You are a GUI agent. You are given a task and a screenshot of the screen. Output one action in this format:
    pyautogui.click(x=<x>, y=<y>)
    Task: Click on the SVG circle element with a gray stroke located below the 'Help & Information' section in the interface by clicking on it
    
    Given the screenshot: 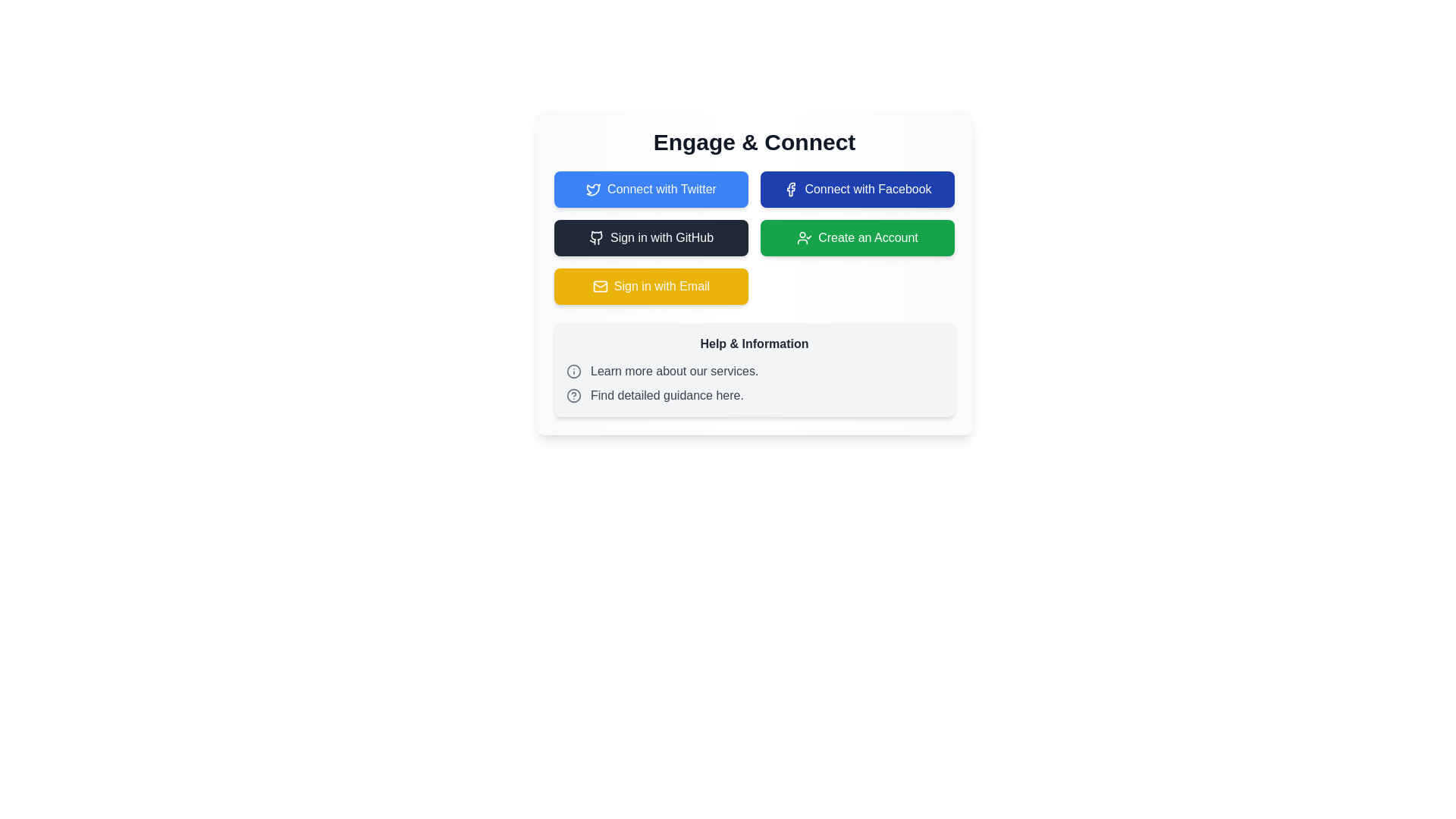 What is the action you would take?
    pyautogui.click(x=573, y=371)
    